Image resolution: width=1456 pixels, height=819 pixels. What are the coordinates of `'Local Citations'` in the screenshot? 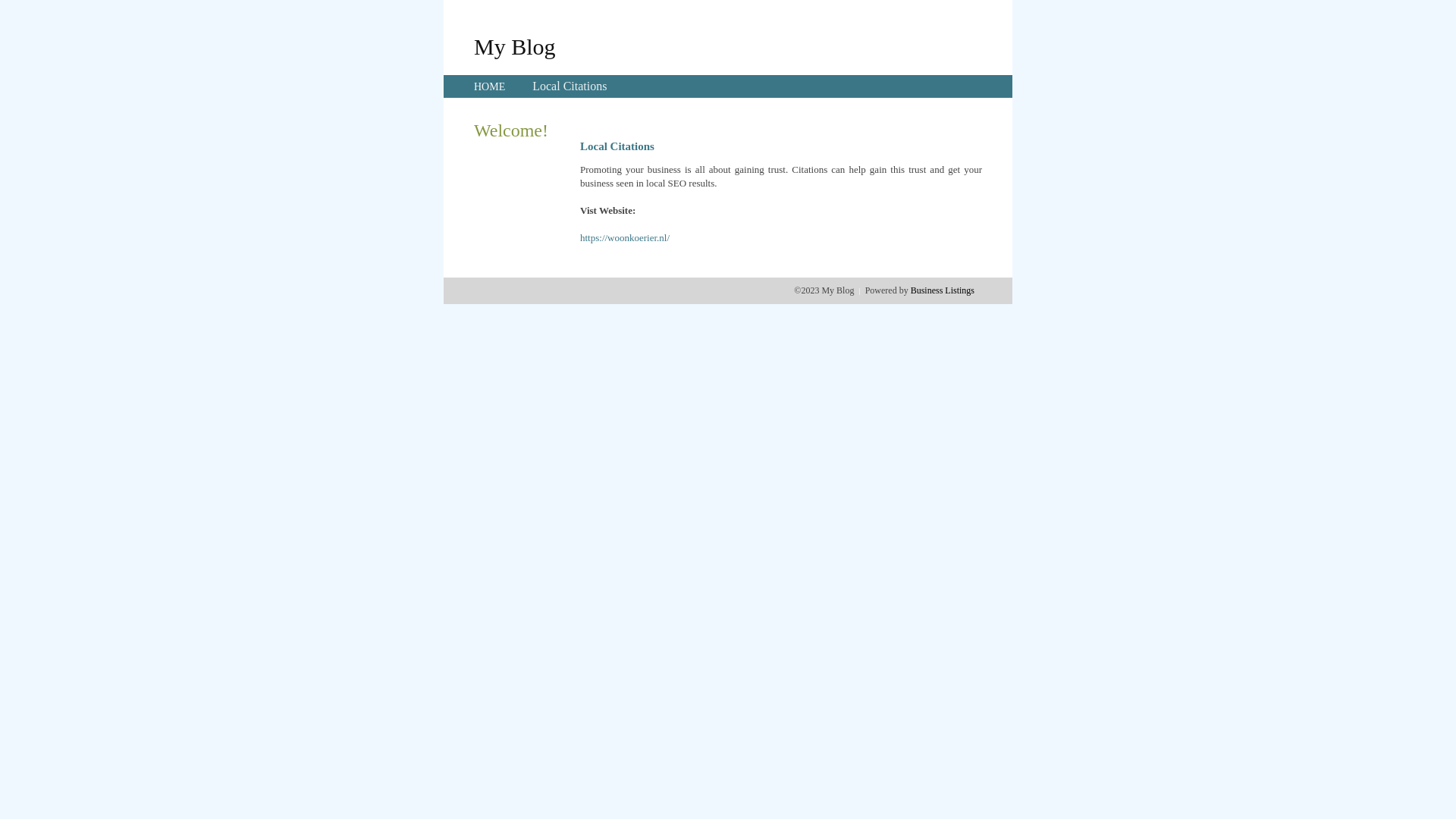 It's located at (568, 86).